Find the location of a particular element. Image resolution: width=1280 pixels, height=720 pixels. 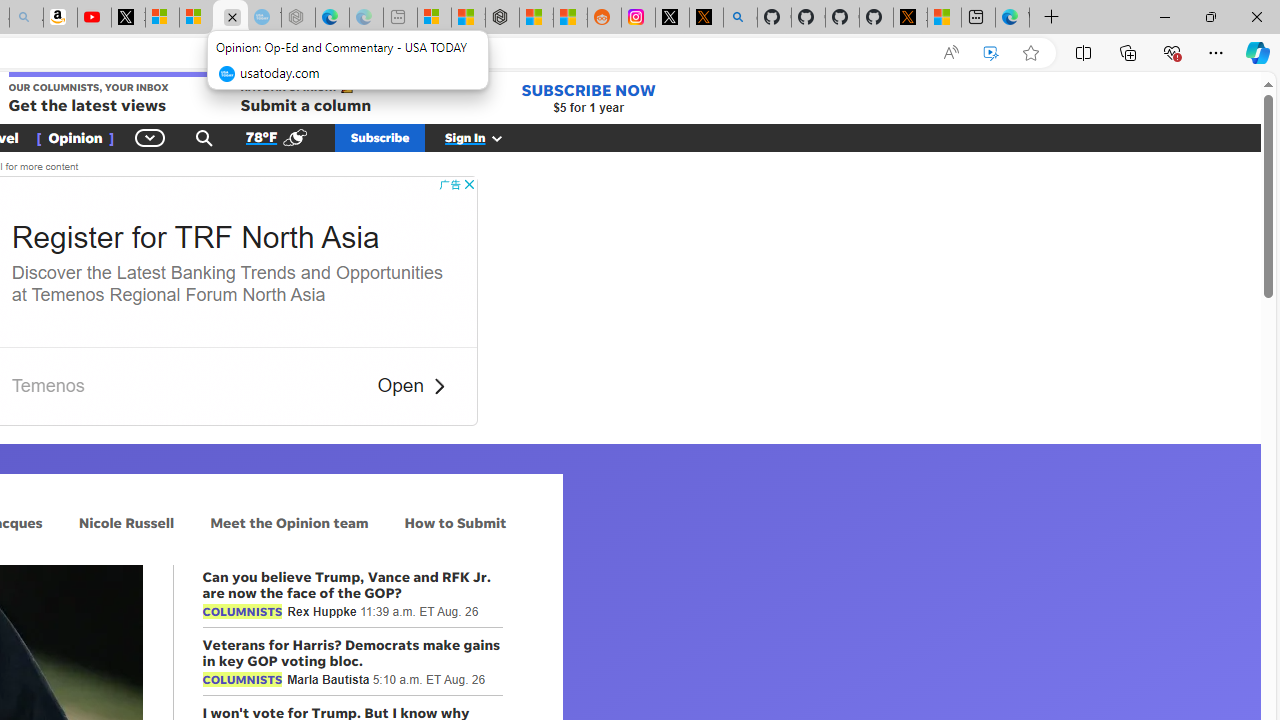

'Class: gnt_n_se_a_svg' is located at coordinates (204, 136).